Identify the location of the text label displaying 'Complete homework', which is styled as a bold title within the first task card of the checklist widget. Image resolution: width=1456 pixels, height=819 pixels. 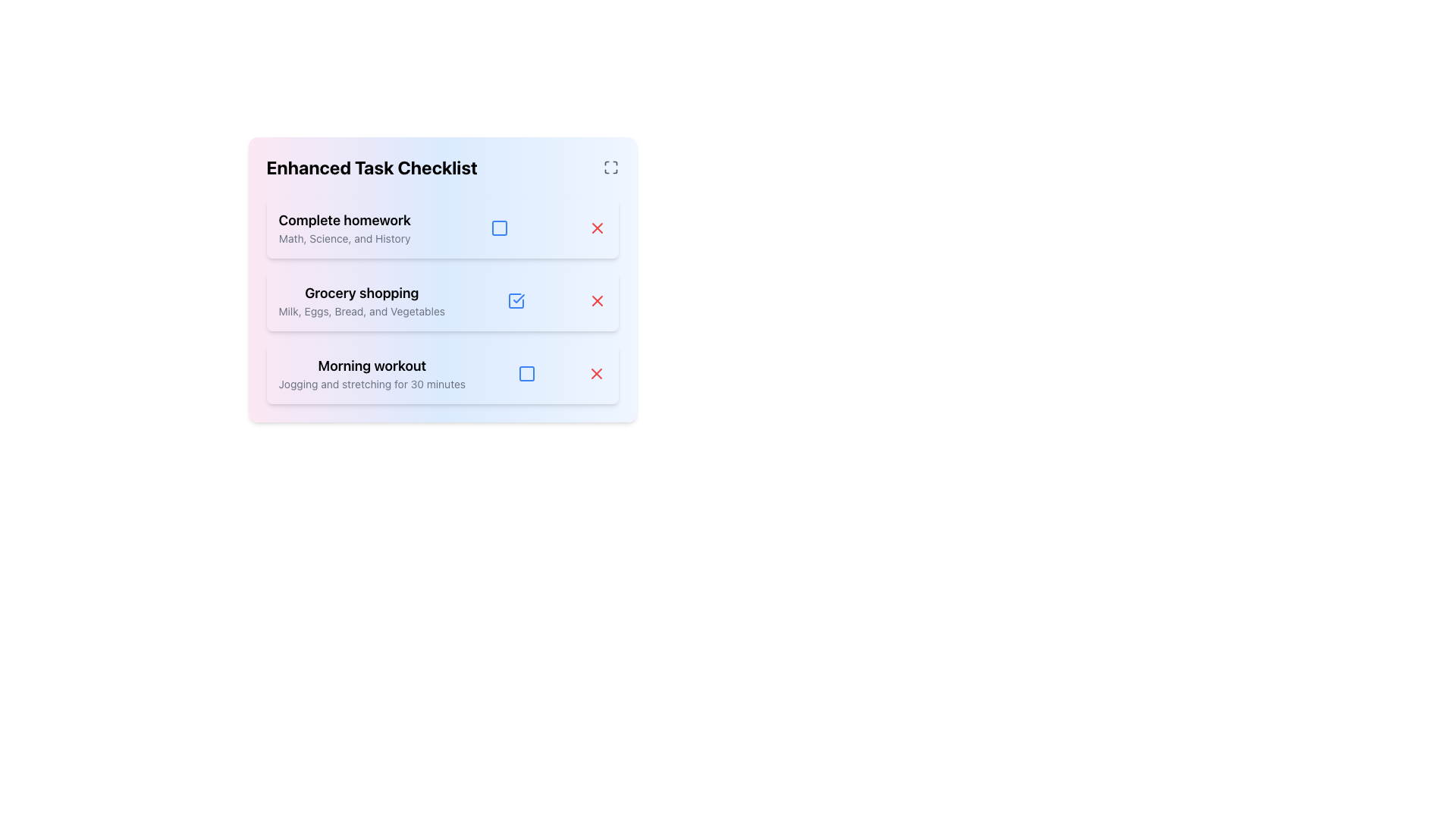
(344, 220).